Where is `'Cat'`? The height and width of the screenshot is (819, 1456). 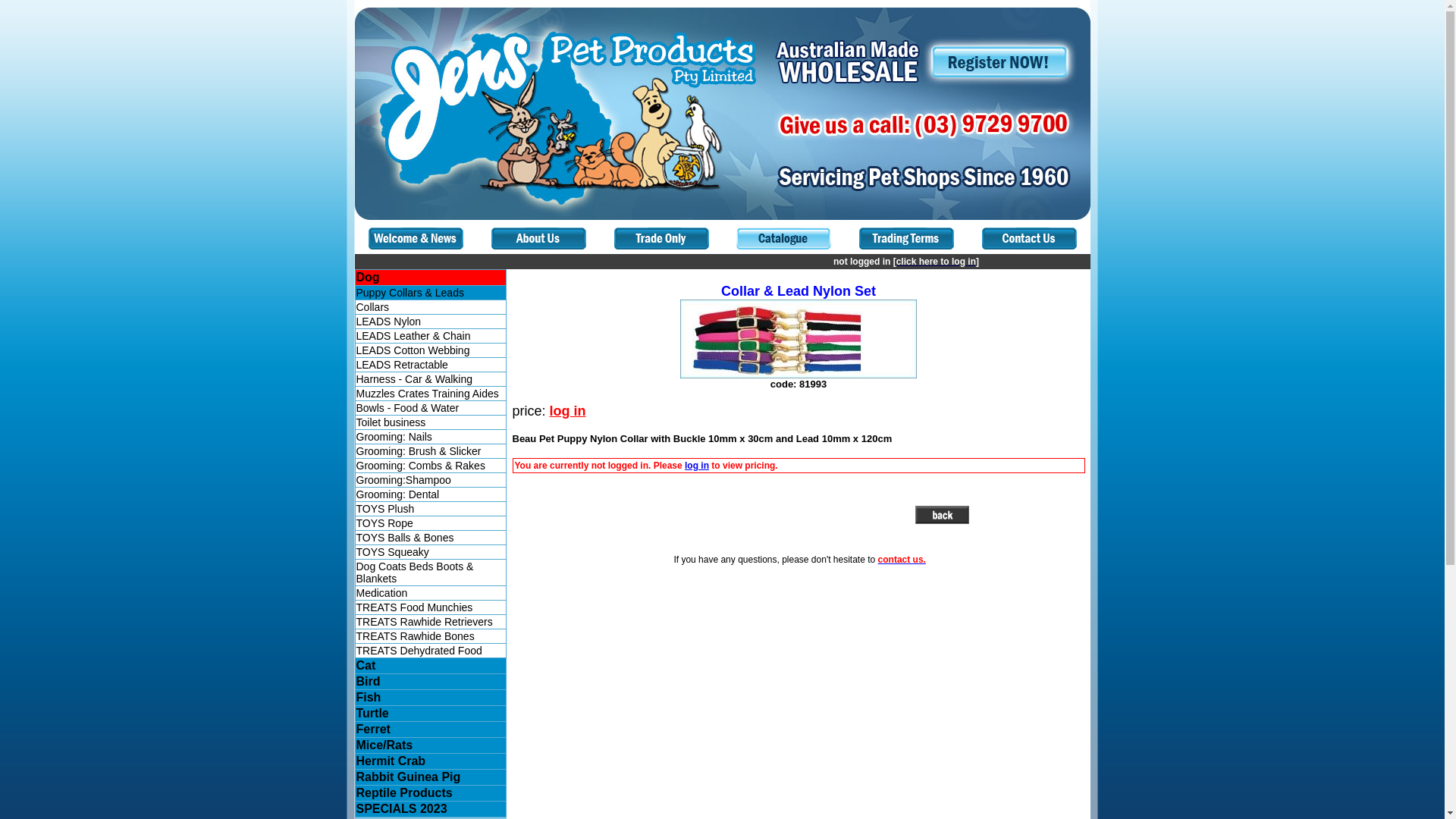 'Cat' is located at coordinates (366, 664).